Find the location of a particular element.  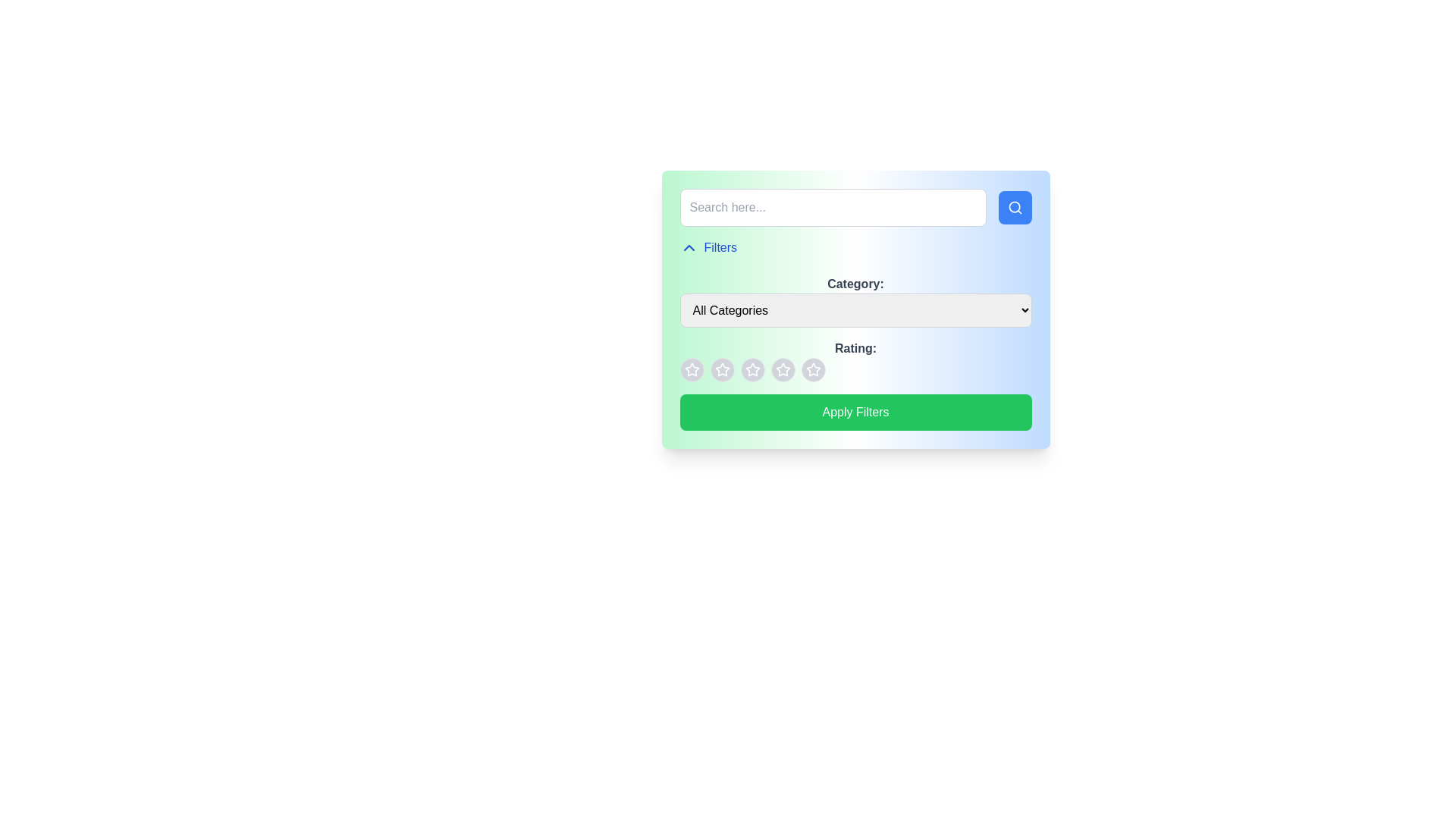

the 'Category:' text label, which is displayed in a bold and semibold dark gray font above the dropdown menu labeled 'All Categories.' is located at coordinates (855, 284).